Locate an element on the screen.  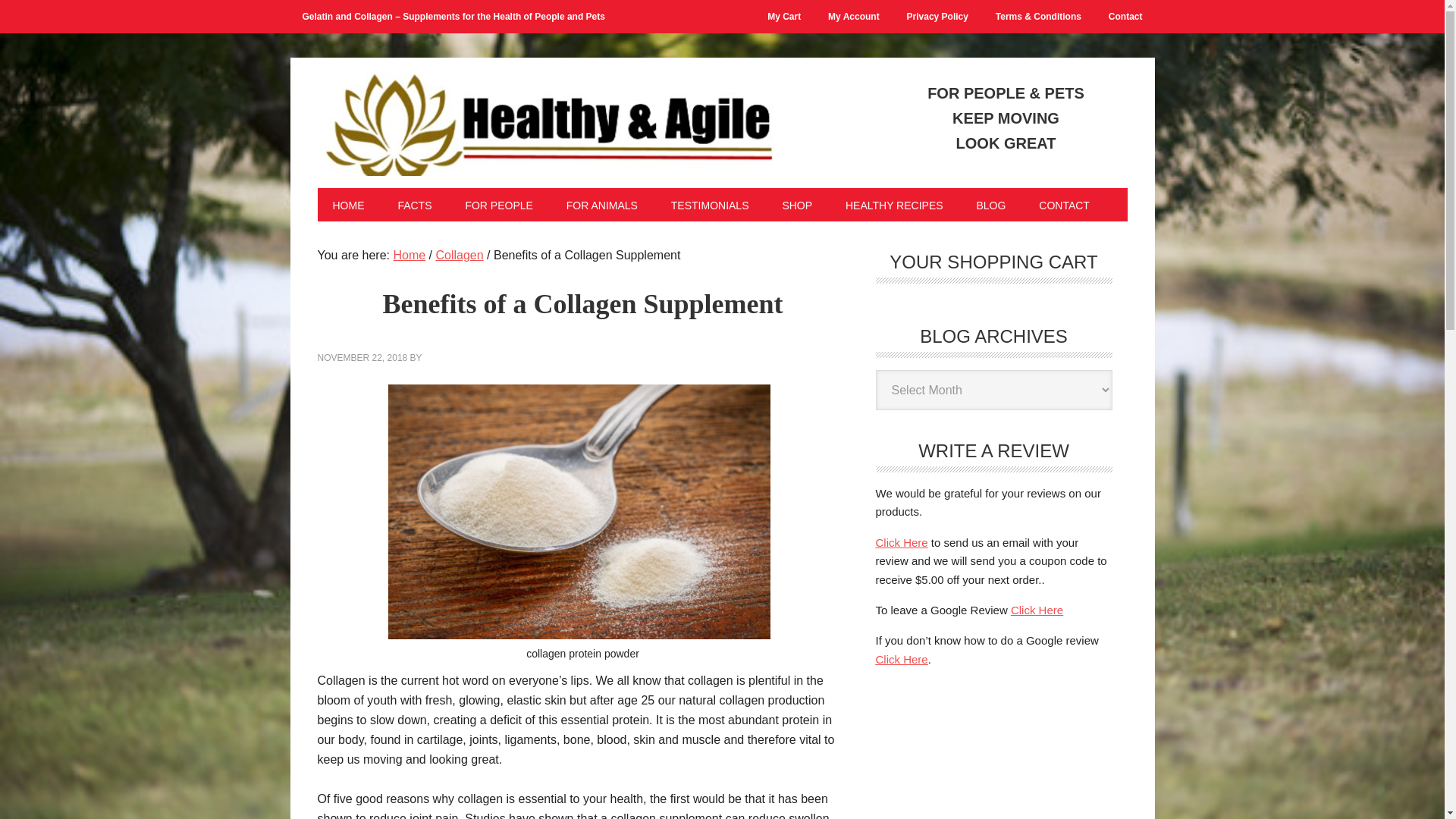
'FOR PEOPLE' is located at coordinates (449, 205).